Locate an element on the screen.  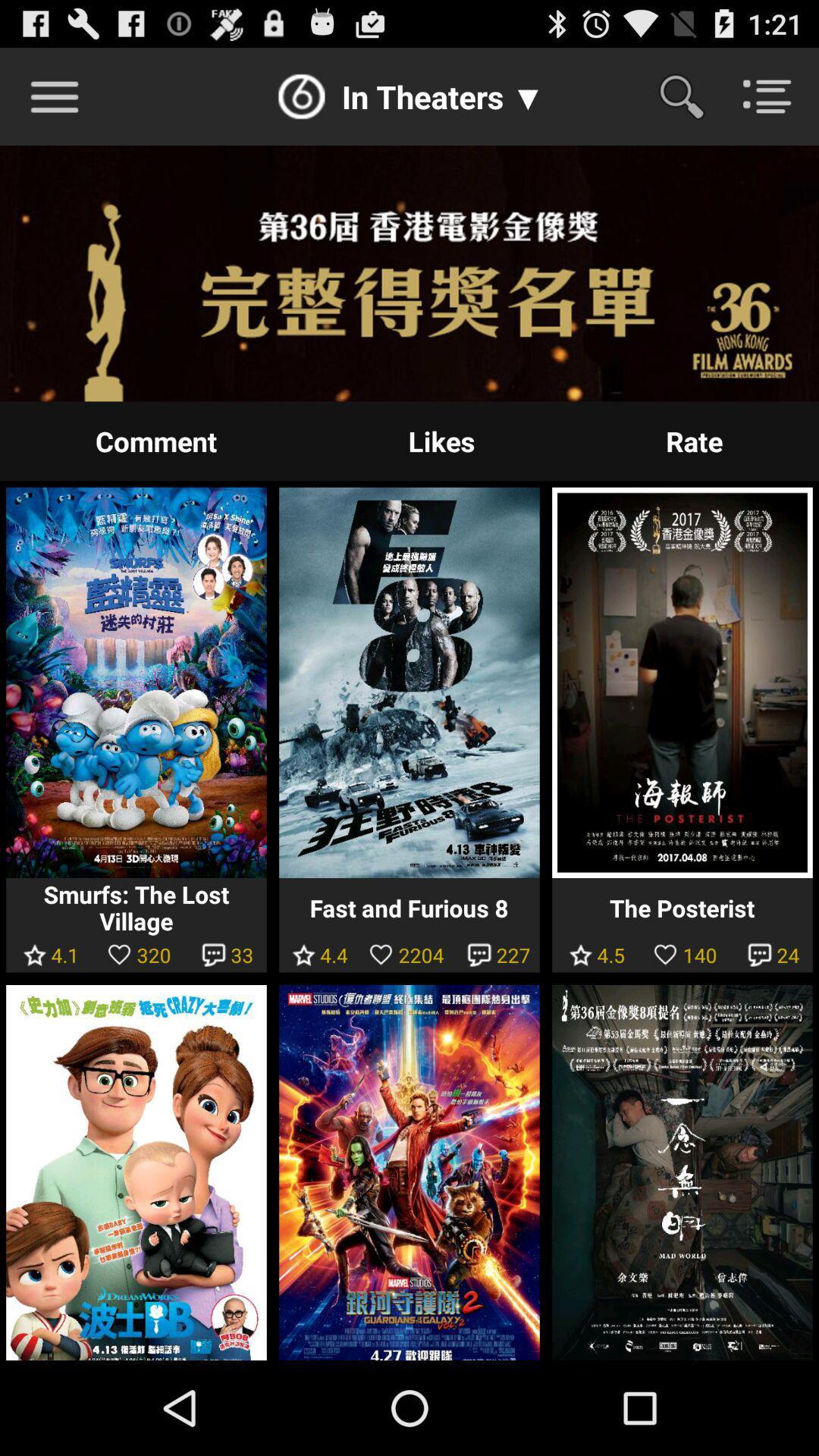
last option above the the posterist is located at coordinates (694, 440).